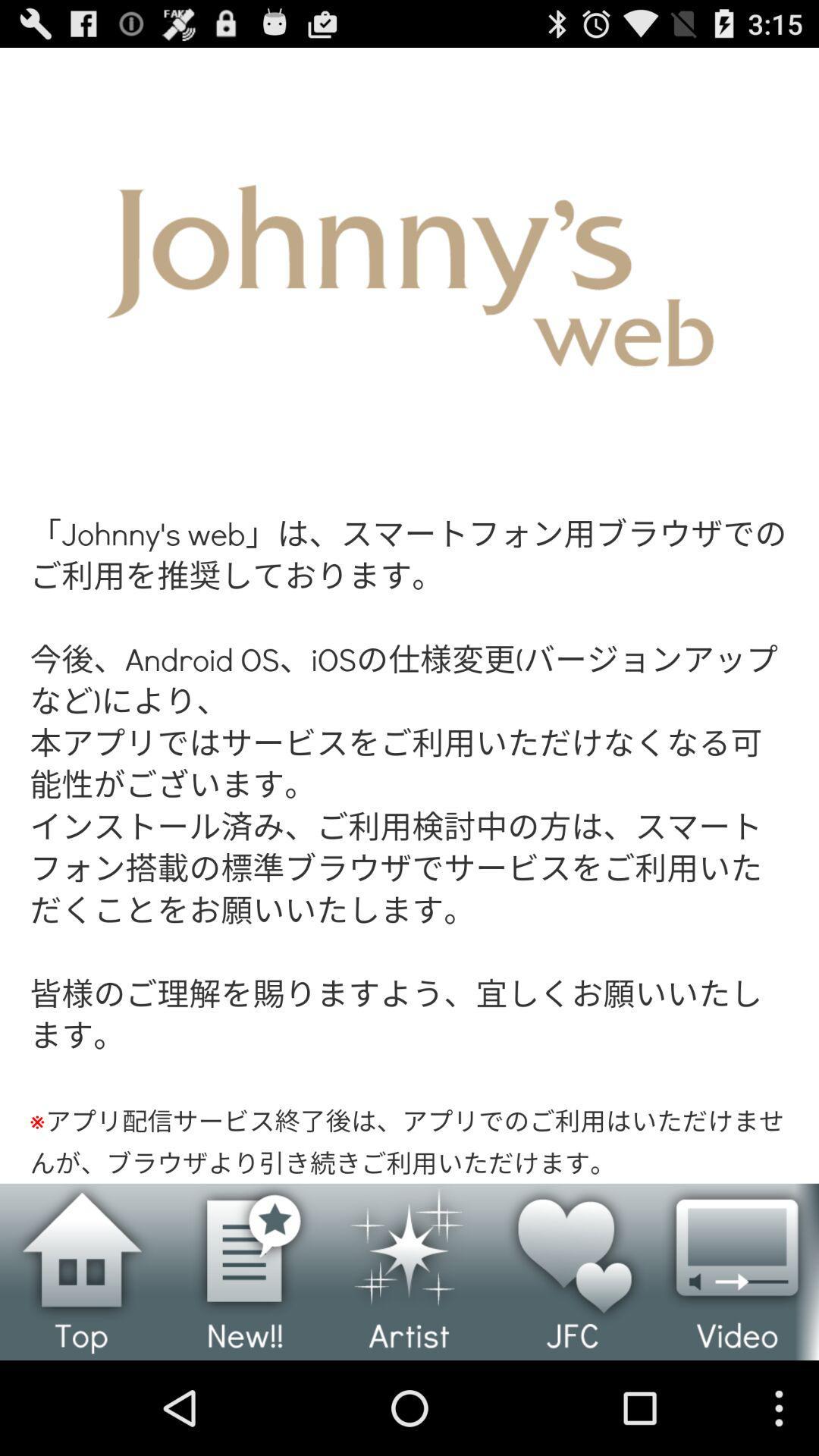  What do you see at coordinates (82, 1272) in the screenshot?
I see `house for home/top` at bounding box center [82, 1272].